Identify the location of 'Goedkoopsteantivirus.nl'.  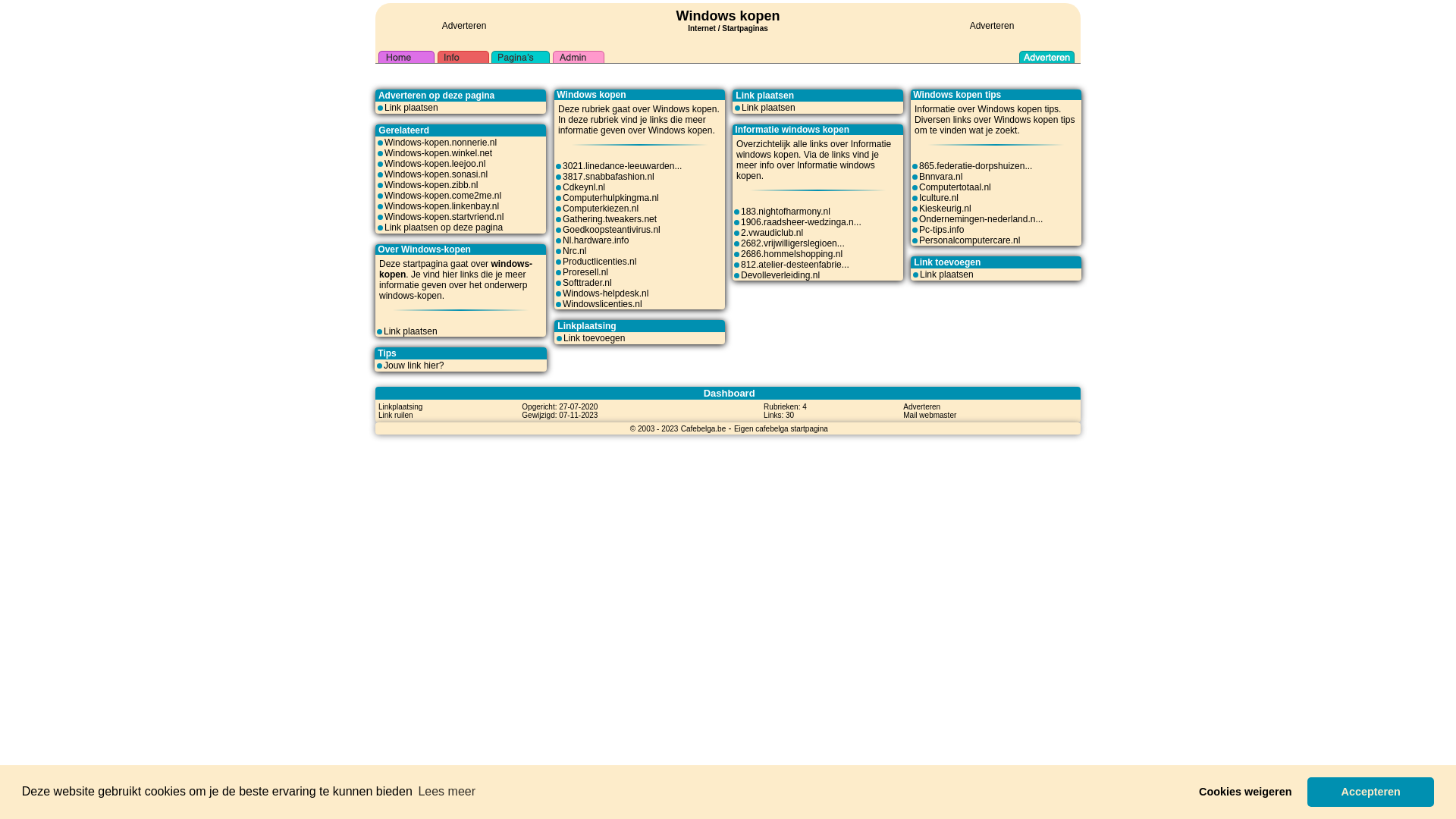
(611, 230).